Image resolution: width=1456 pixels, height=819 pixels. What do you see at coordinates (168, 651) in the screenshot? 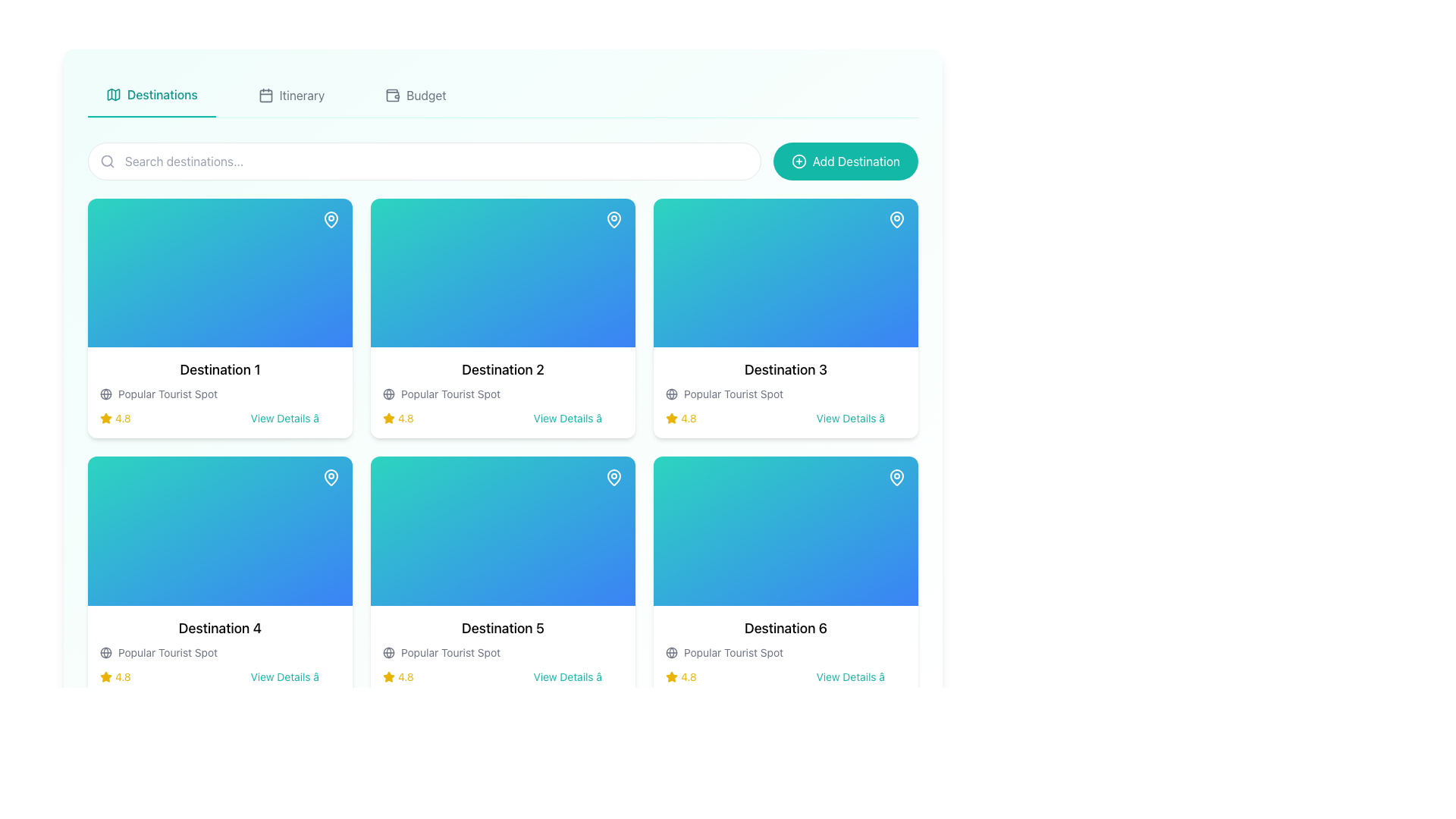
I see `the static text label 'Popular Tourist Spot' which is styled in gray and located to the left of the star rating in the lower section of the box for 'Destination 4'` at bounding box center [168, 651].